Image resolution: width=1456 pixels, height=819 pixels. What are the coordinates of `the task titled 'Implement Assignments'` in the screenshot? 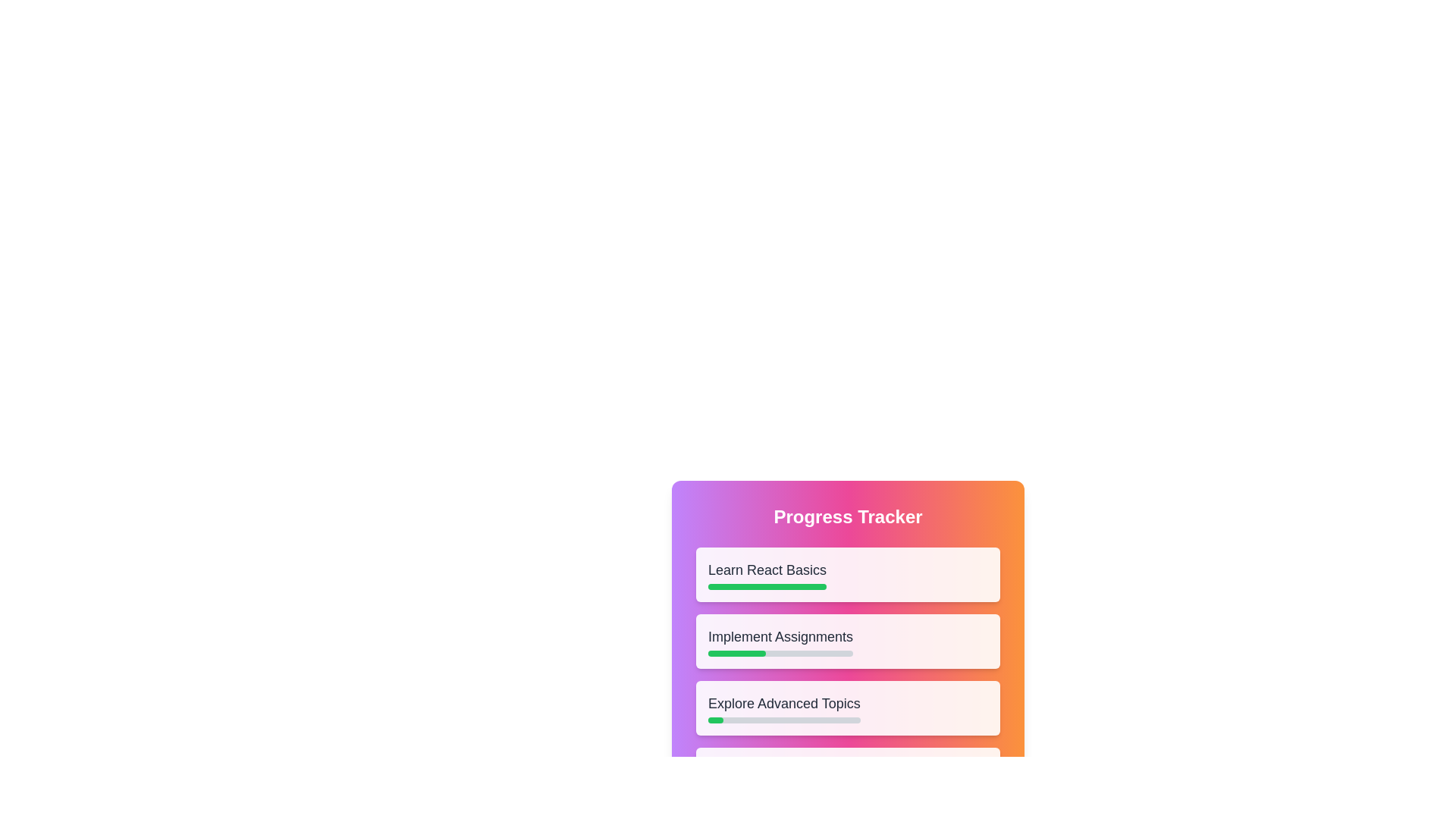 It's located at (780, 641).